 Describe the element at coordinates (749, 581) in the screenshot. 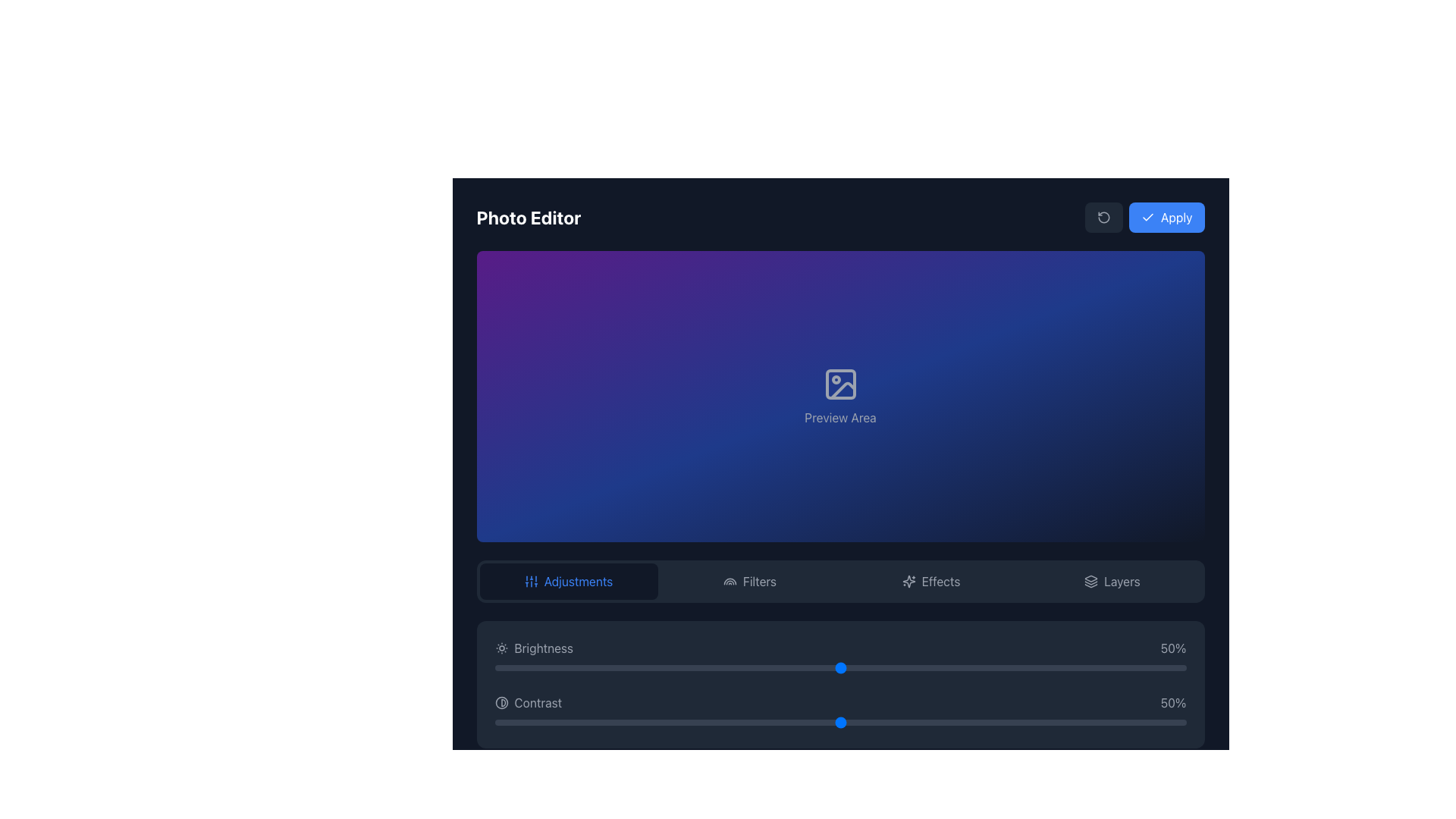

I see `the filter button located` at that location.